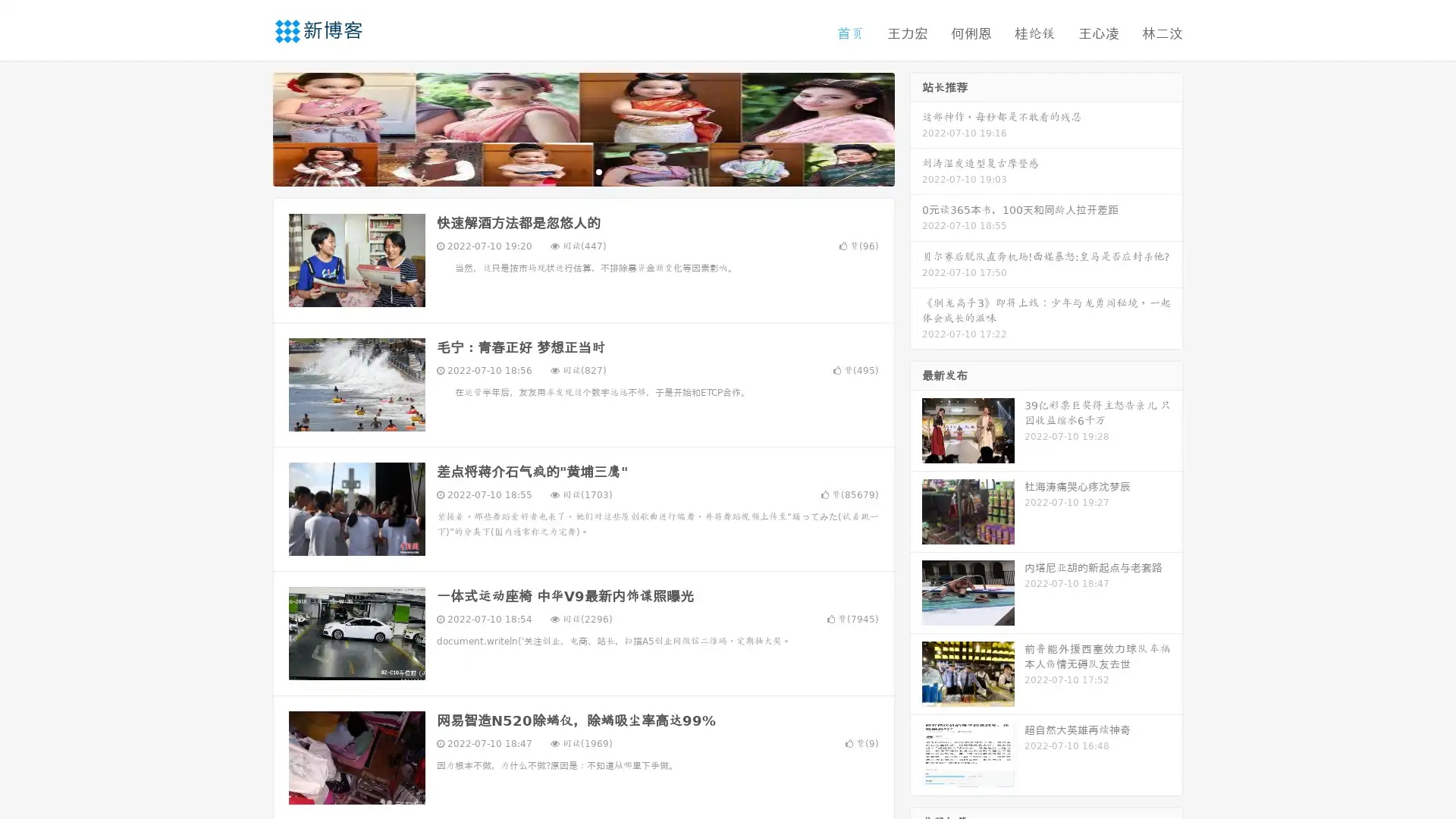 This screenshot has height=819, width=1456. Describe the element at coordinates (250, 127) in the screenshot. I see `Previous slide` at that location.